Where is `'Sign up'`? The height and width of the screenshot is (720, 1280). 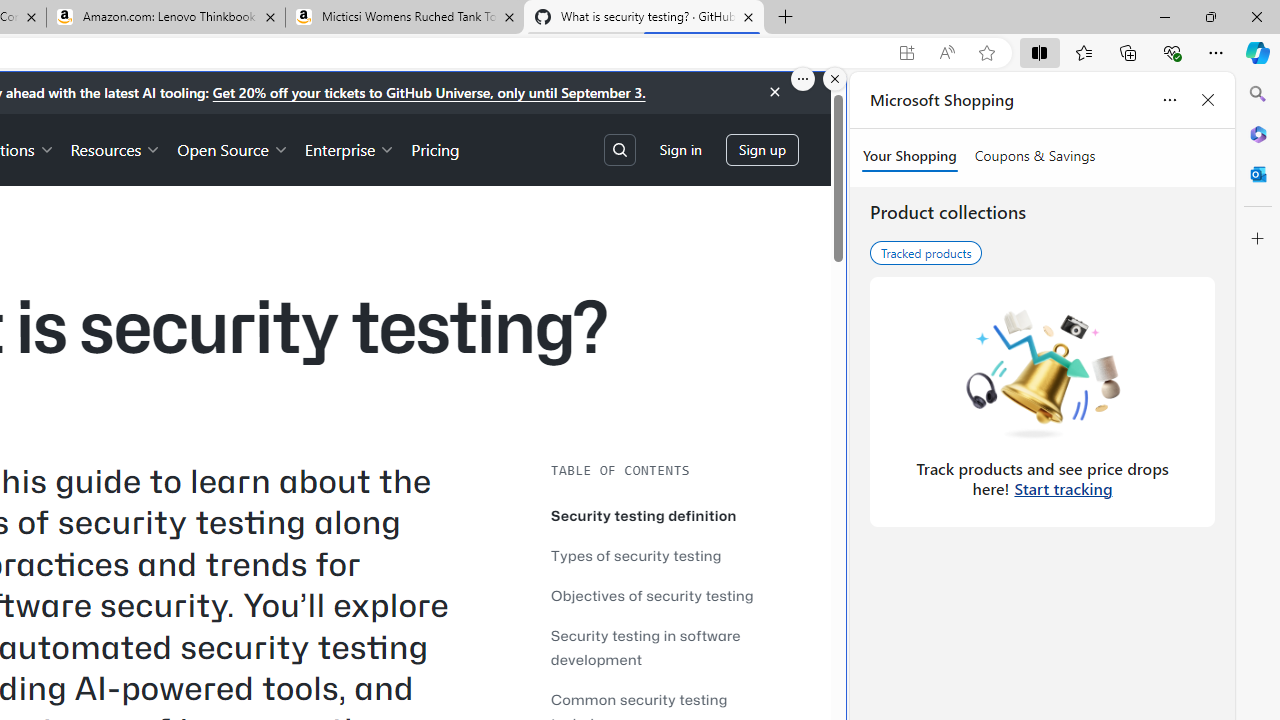
'Sign up' is located at coordinates (761, 148).